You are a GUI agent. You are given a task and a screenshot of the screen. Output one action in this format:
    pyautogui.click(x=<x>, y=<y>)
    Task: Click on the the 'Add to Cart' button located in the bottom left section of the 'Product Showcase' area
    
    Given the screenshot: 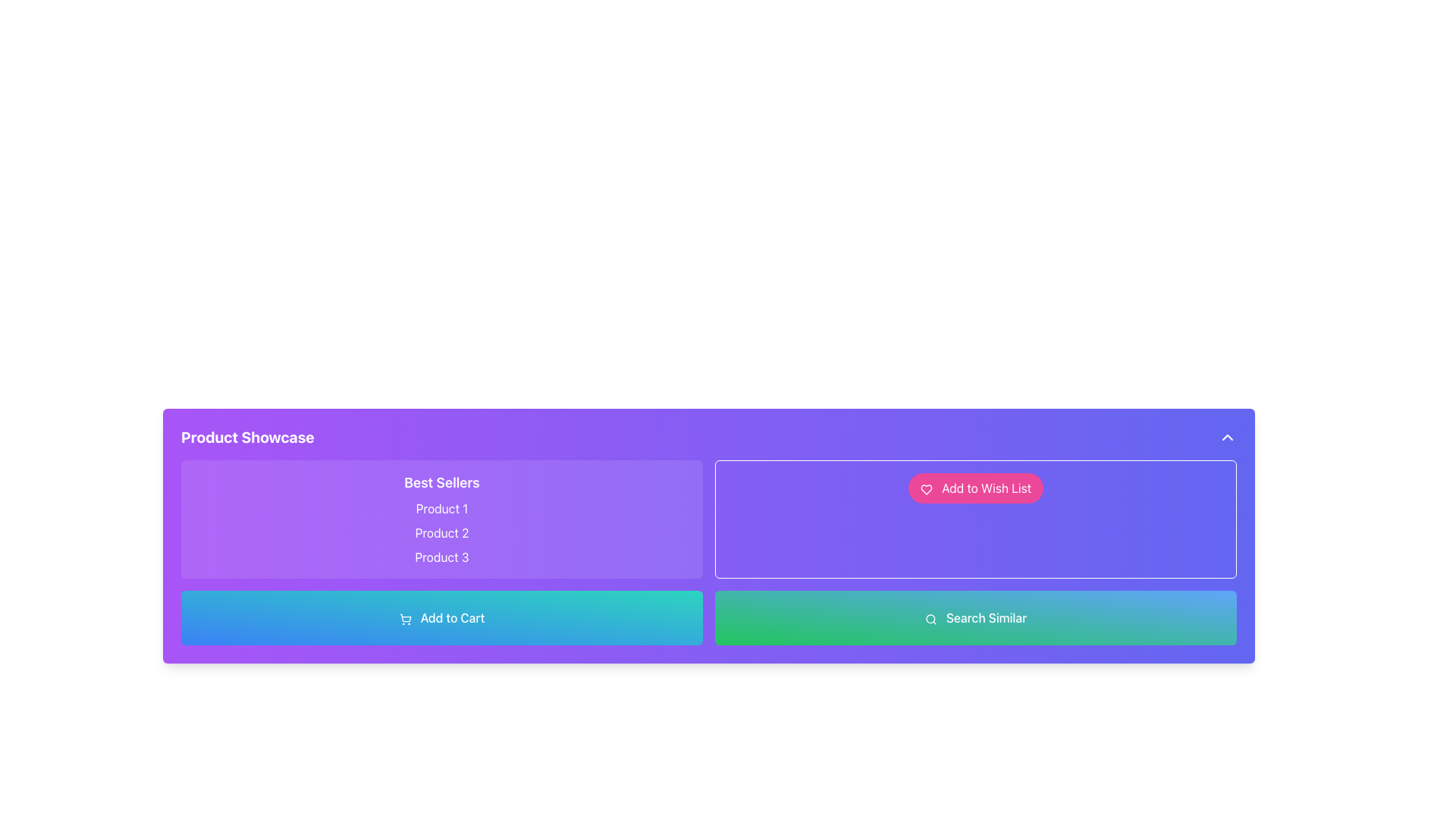 What is the action you would take?
    pyautogui.click(x=441, y=617)
    